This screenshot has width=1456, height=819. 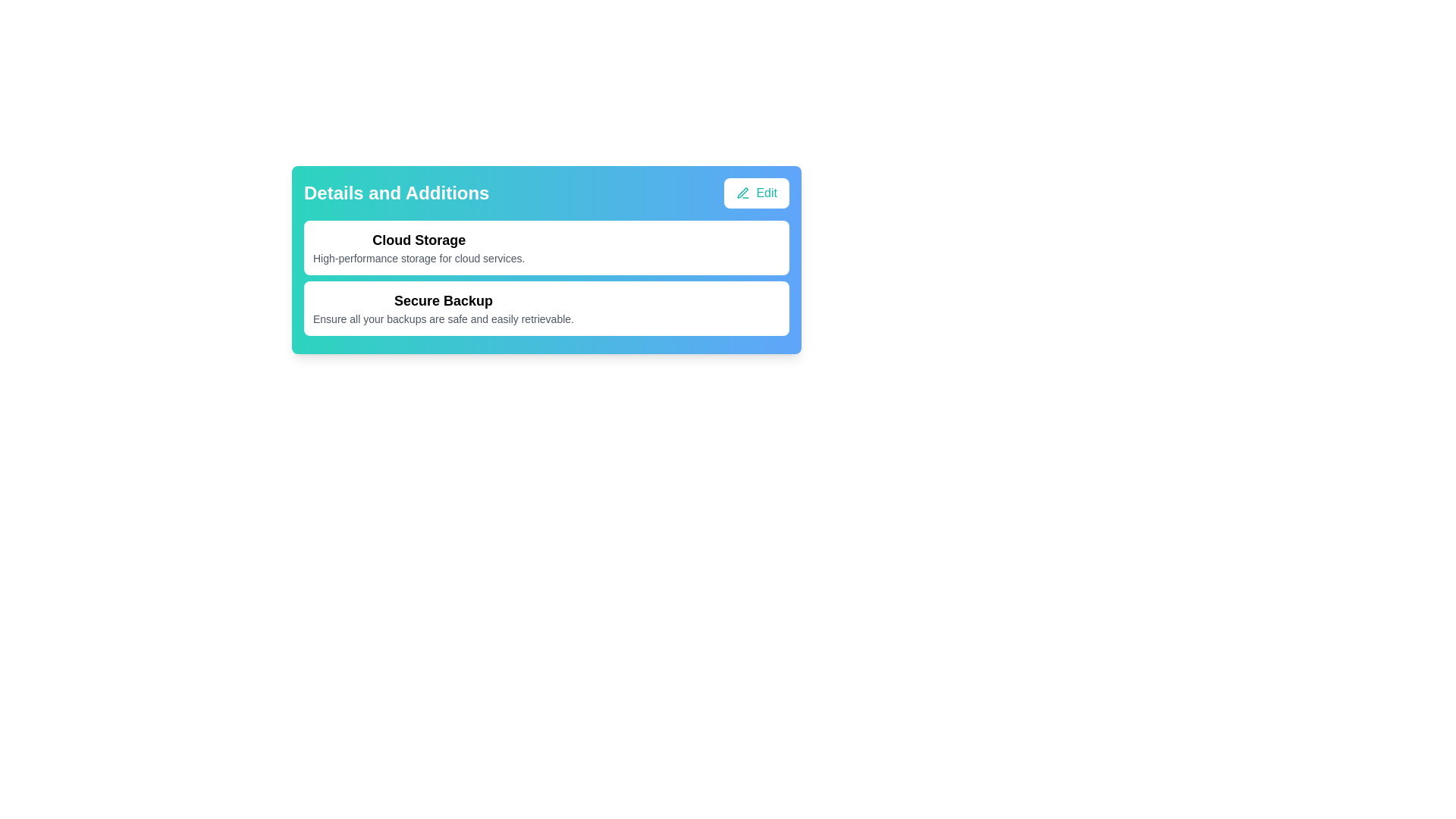 What do you see at coordinates (743, 192) in the screenshot?
I see `the pen icon located within the 'Edit' button, which has a white background and teal text, positioned in the top-right corner of the card titled 'Details and Additions'` at bounding box center [743, 192].